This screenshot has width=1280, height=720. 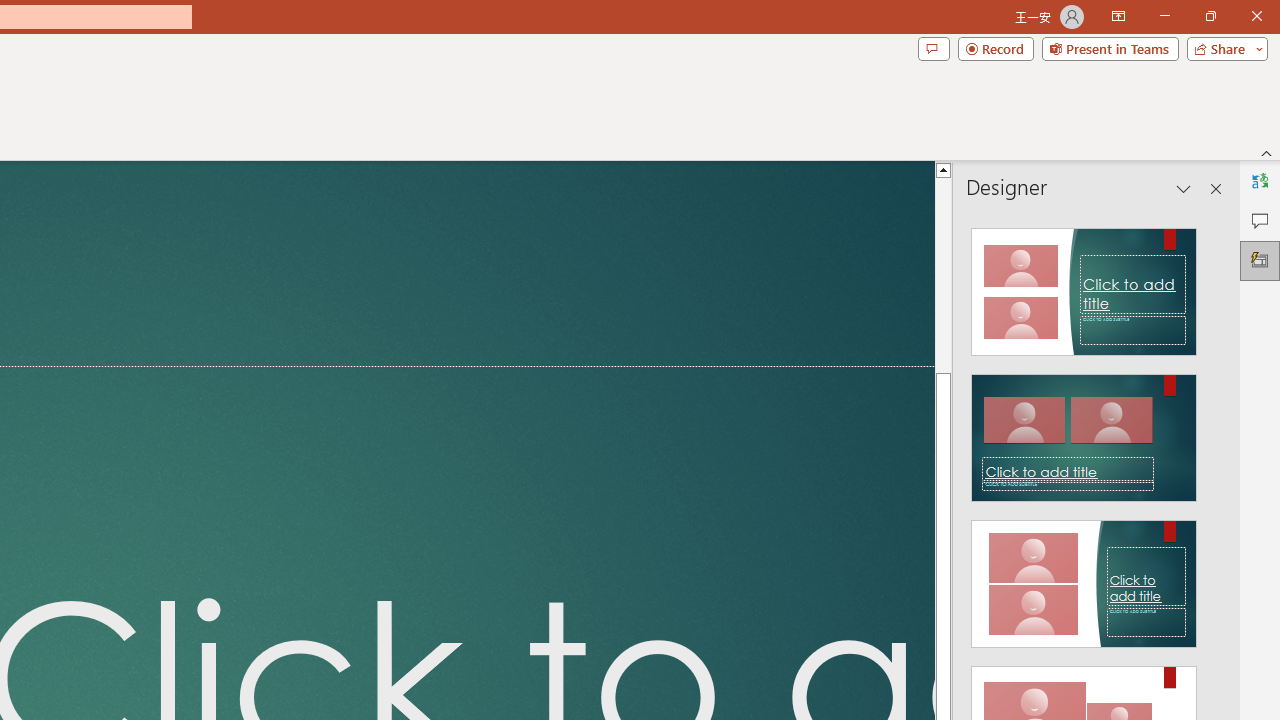 What do you see at coordinates (1083, 577) in the screenshot?
I see `'Design Idea'` at bounding box center [1083, 577].